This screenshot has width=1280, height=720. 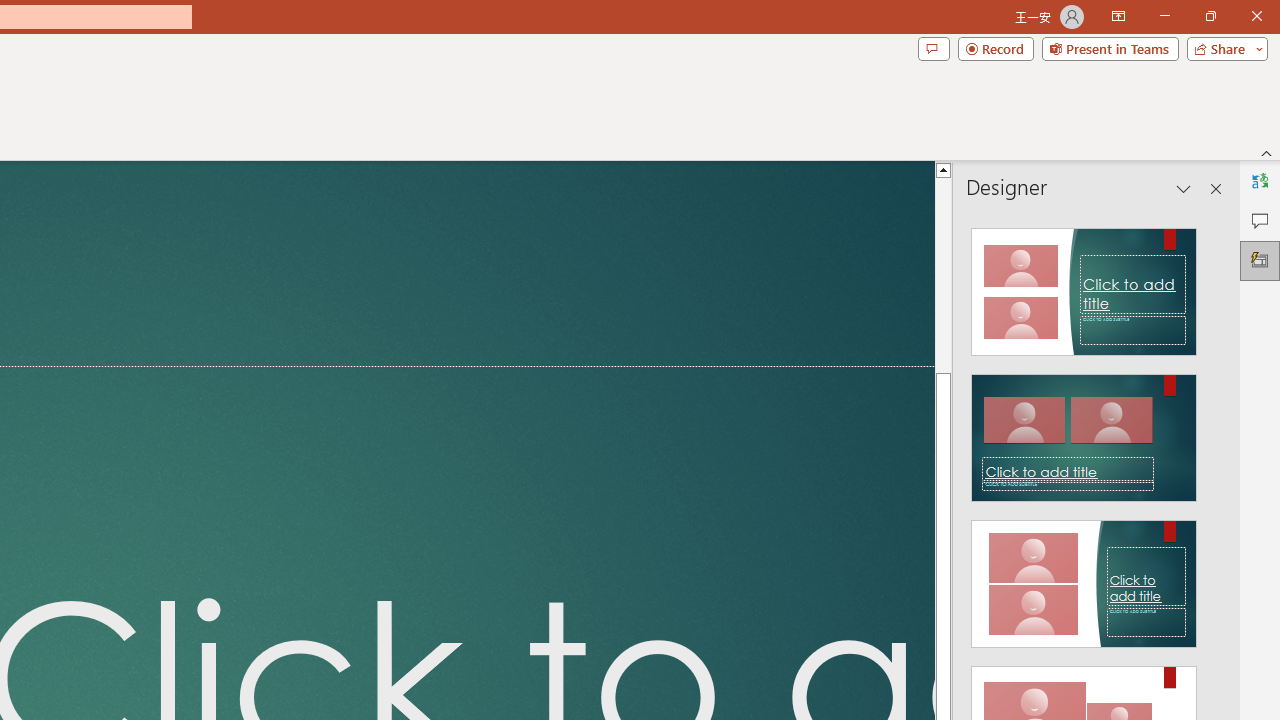 What do you see at coordinates (1083, 577) in the screenshot?
I see `'Design Idea'` at bounding box center [1083, 577].